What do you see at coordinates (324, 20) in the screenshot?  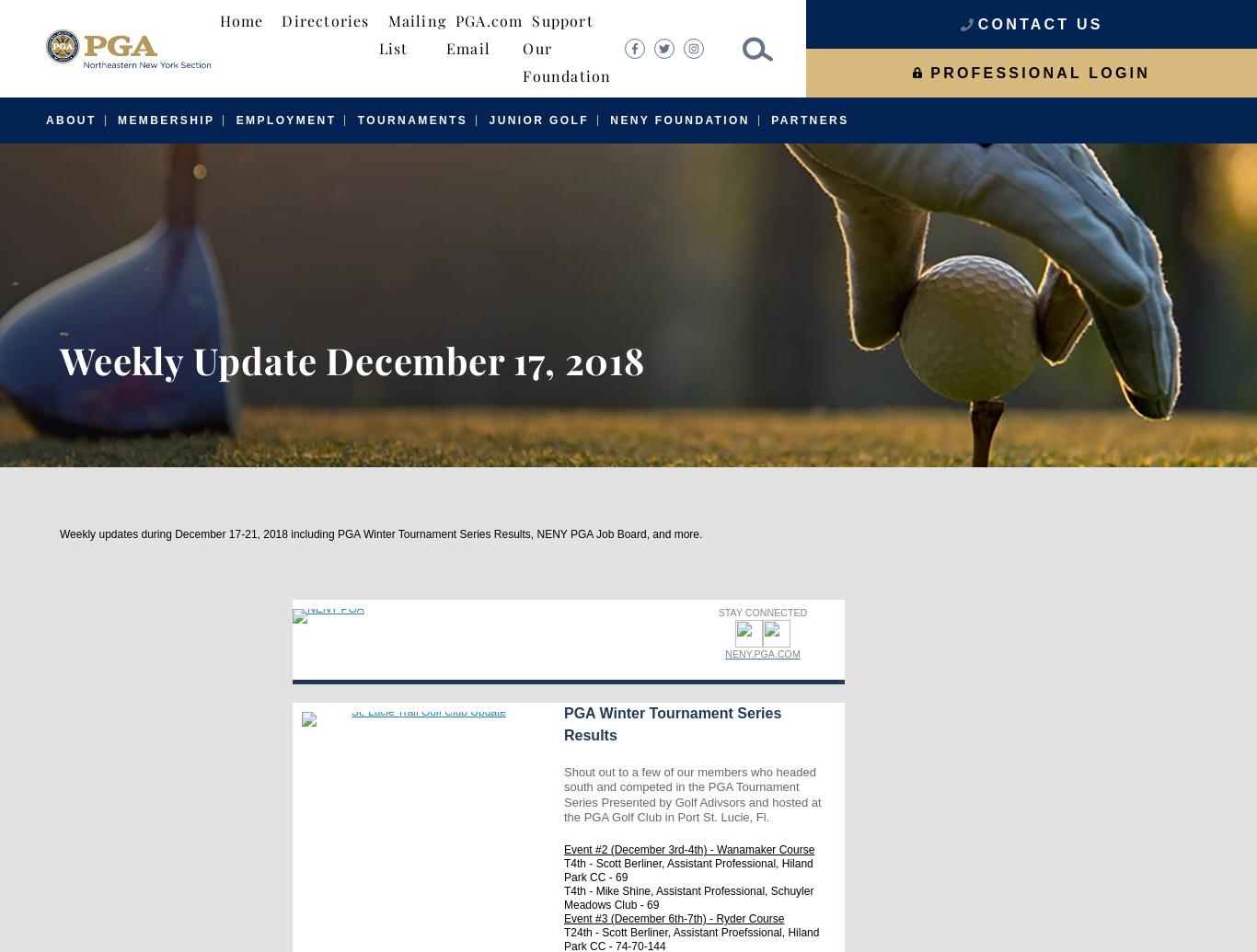 I see `'Directories'` at bounding box center [324, 20].